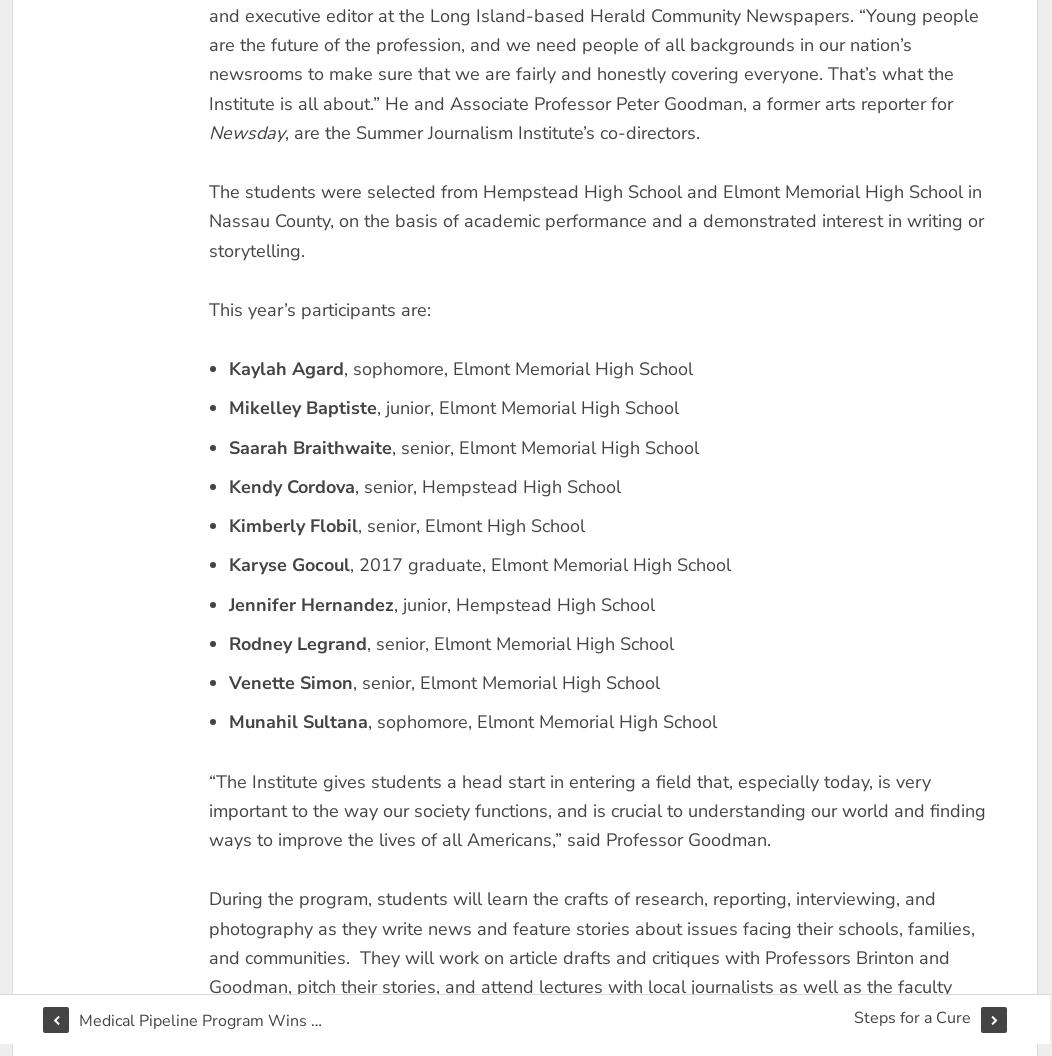 This screenshot has height=1056, width=1052. Describe the element at coordinates (297, 721) in the screenshot. I see `'Munahil Sultana'` at that location.